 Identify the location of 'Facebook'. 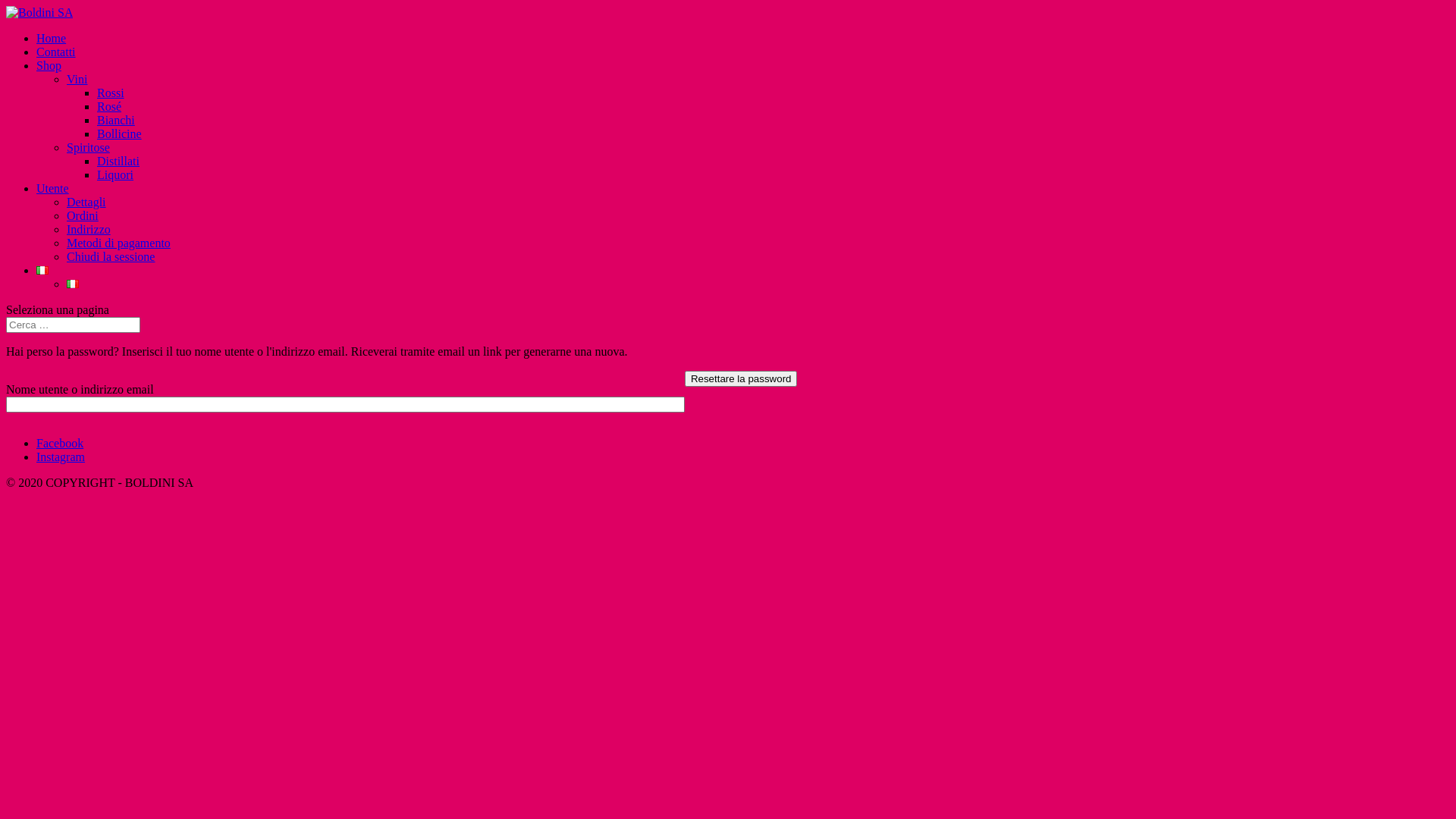
(59, 443).